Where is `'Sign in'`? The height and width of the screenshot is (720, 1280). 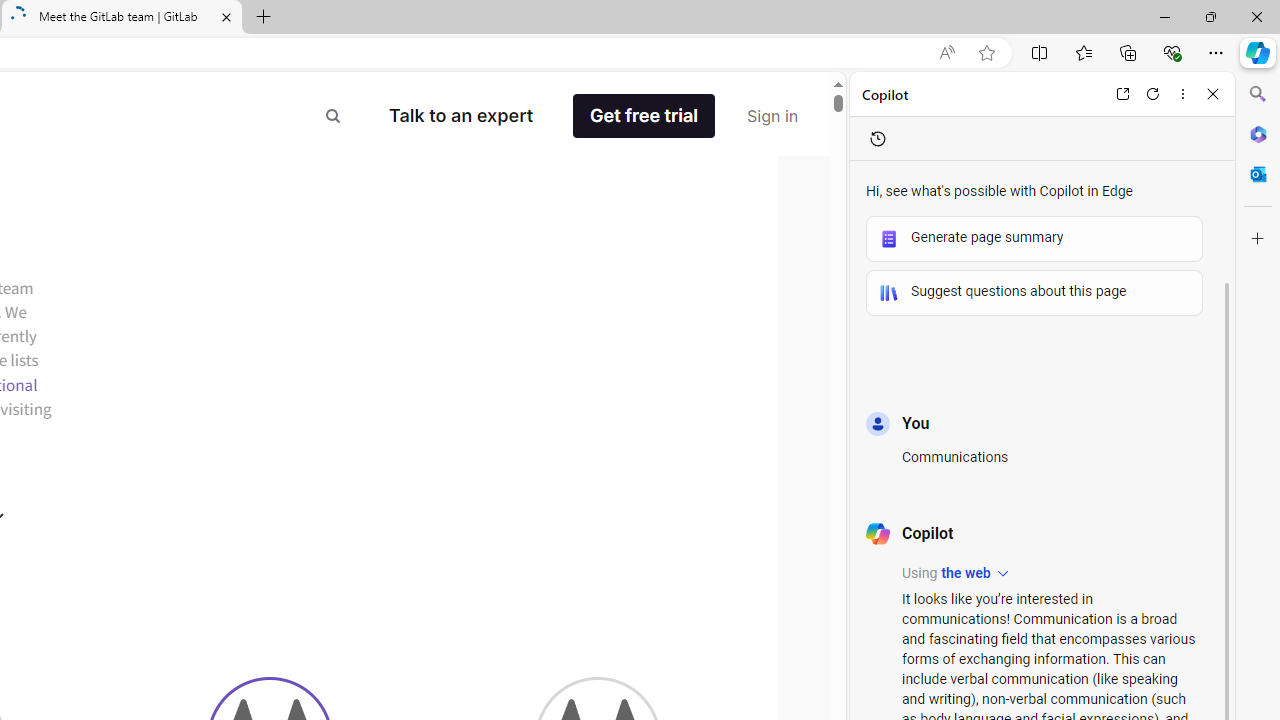 'Sign in' is located at coordinates (771, 115).